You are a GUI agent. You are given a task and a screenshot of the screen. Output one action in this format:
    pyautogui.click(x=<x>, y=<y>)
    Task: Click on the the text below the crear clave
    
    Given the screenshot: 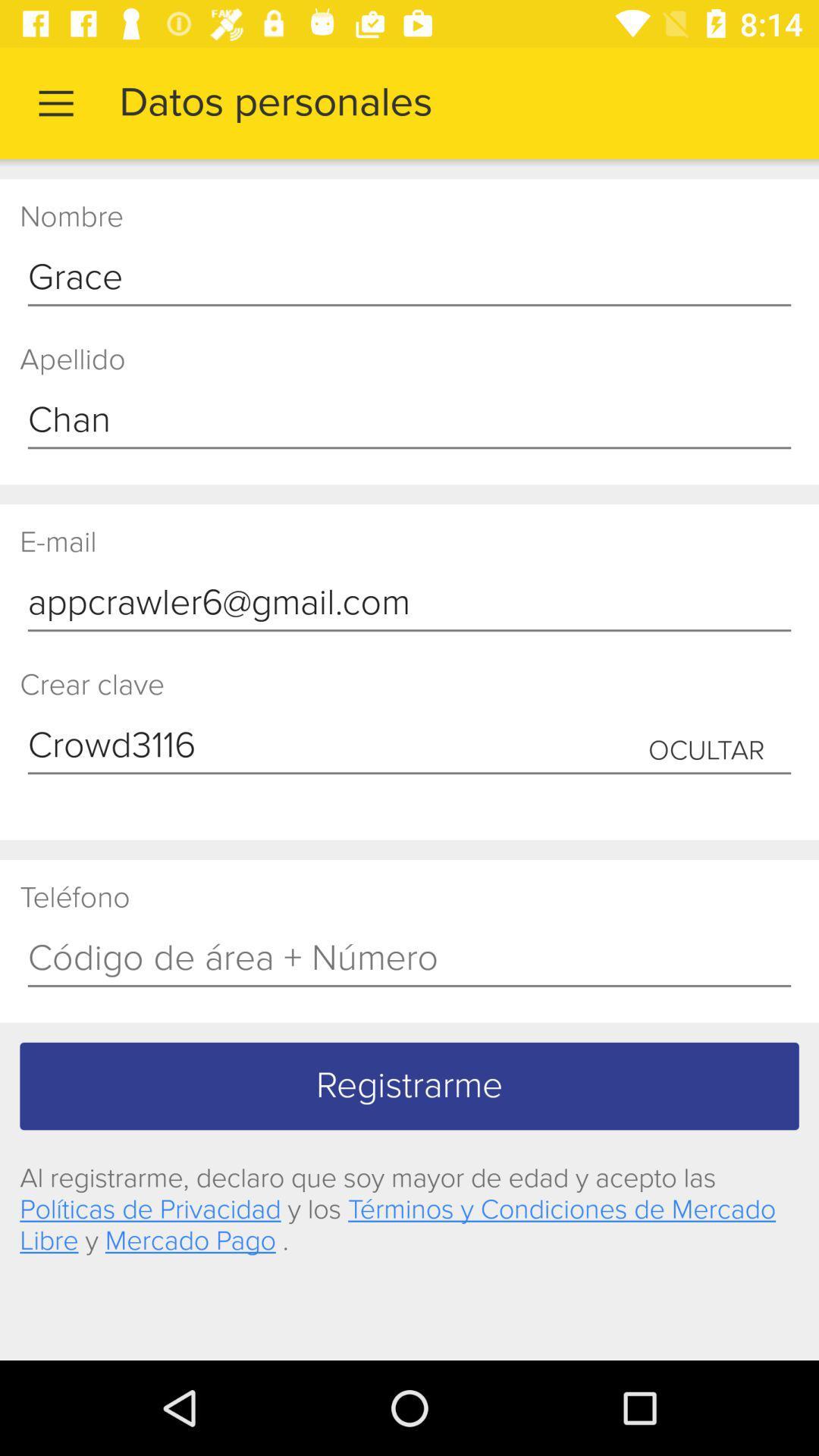 What is the action you would take?
    pyautogui.click(x=409, y=746)
    